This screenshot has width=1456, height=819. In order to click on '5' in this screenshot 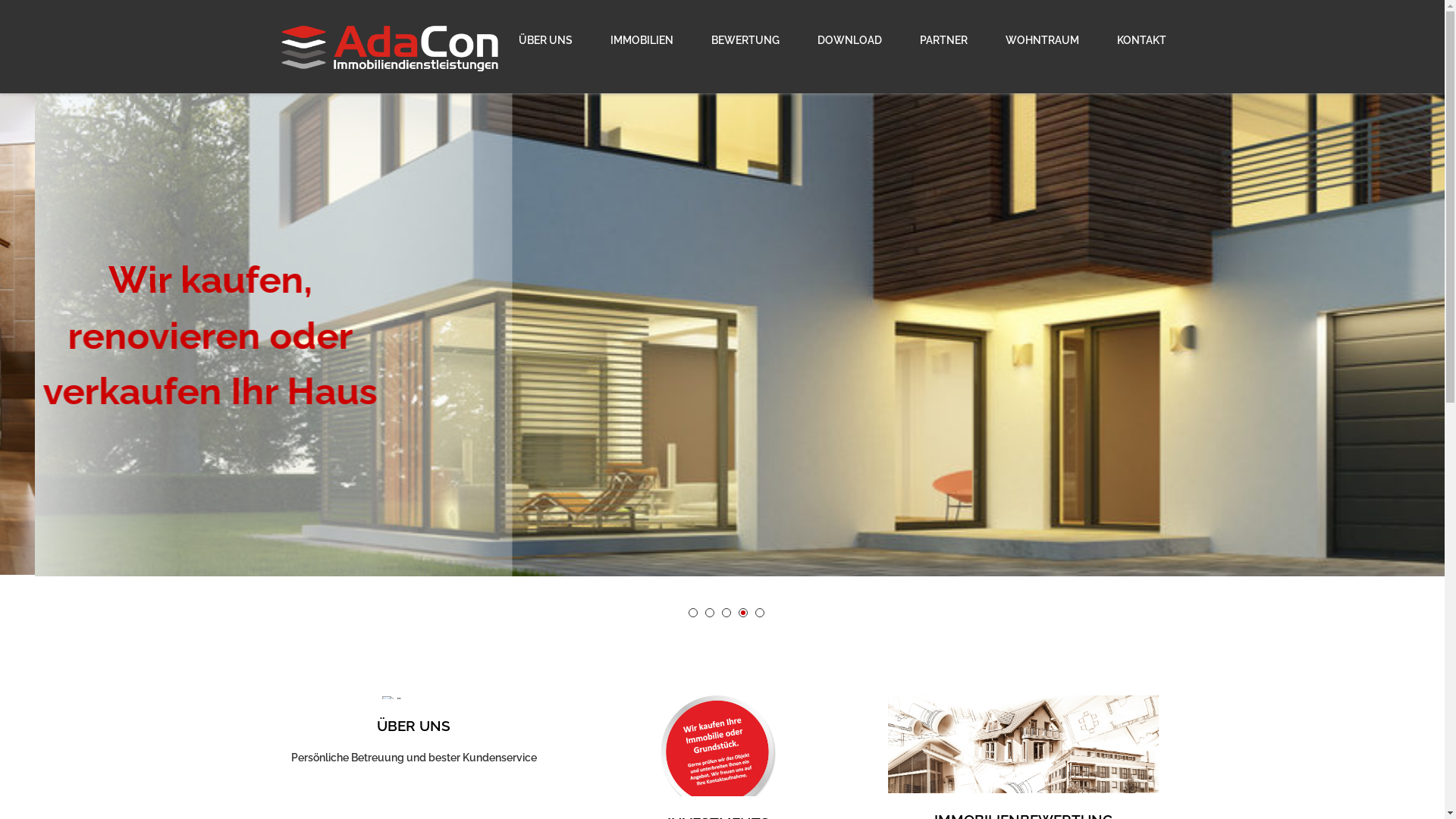, I will do `click(760, 611)`.